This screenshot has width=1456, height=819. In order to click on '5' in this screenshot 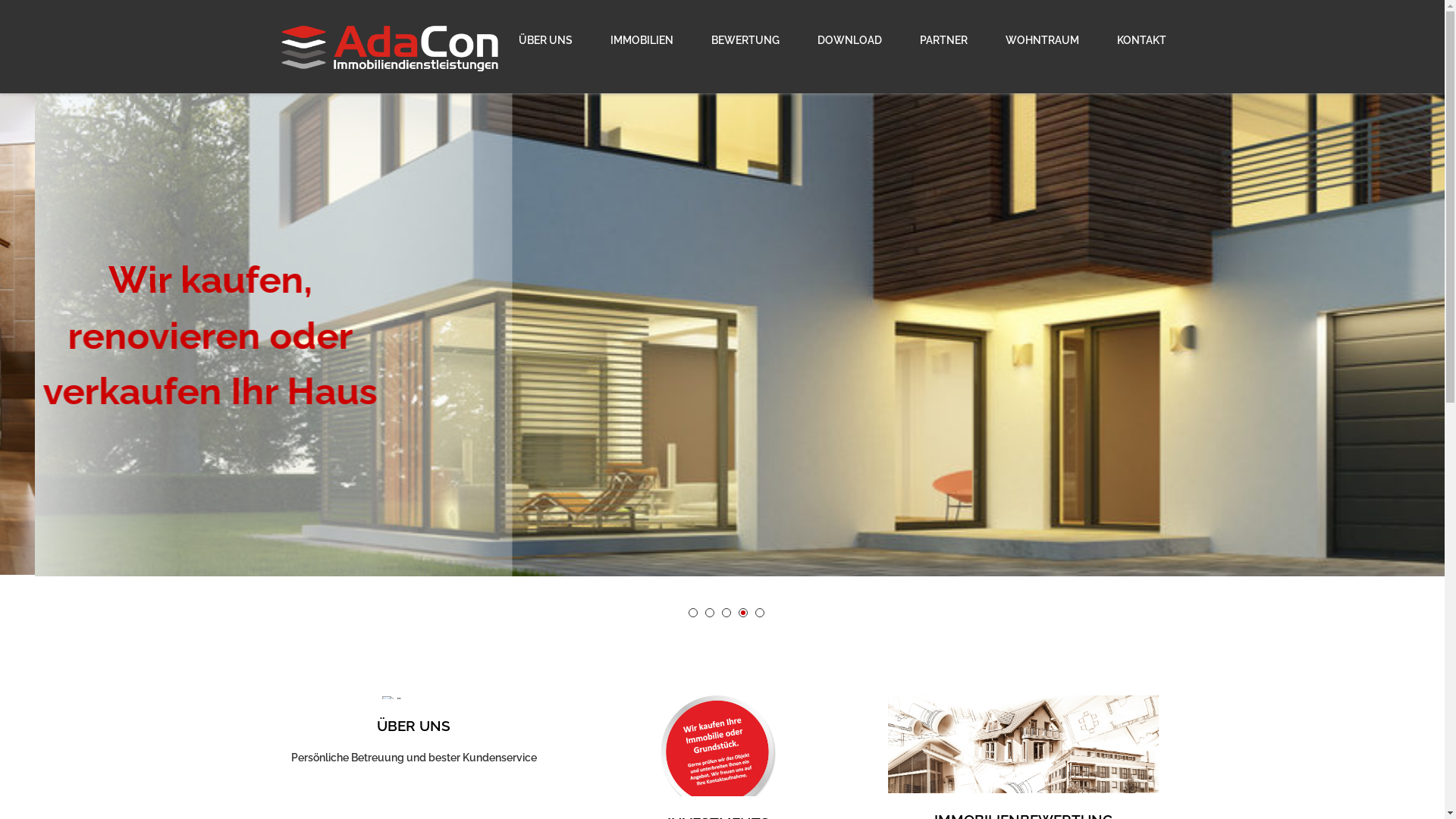, I will do `click(760, 611)`.